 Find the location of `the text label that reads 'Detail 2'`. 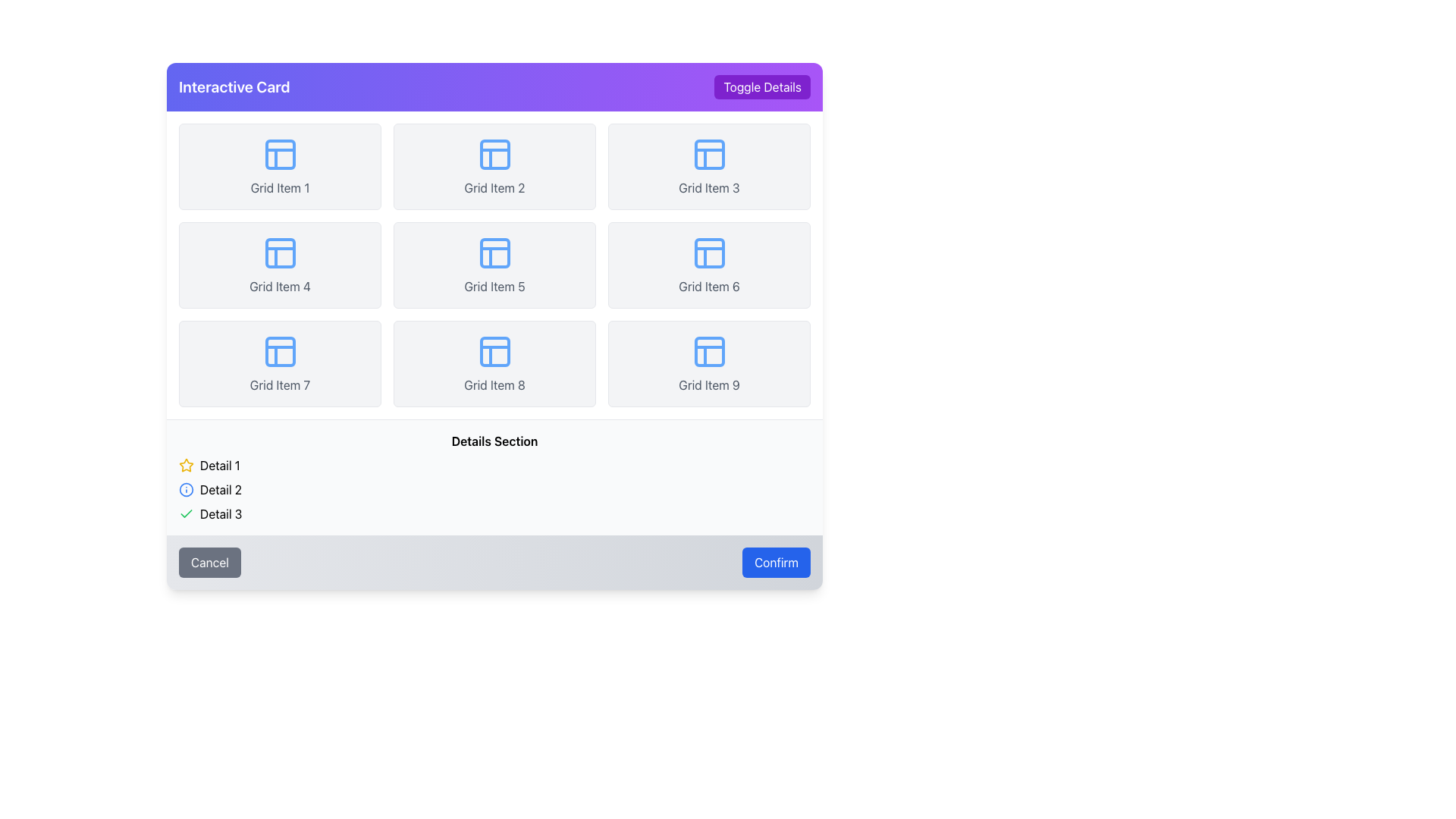

the text label that reads 'Detail 2' is located at coordinates (220, 489).